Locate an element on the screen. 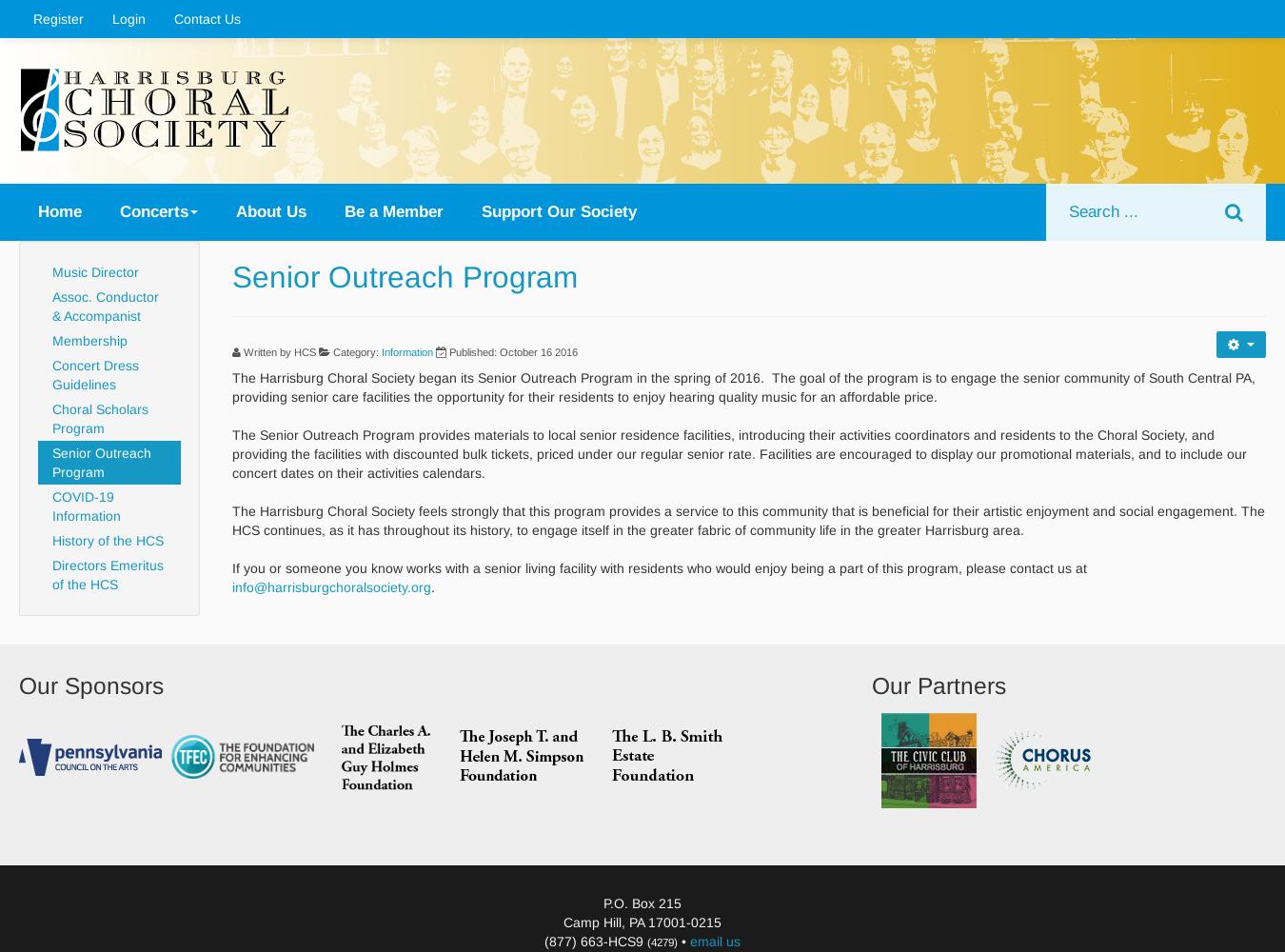 The height and width of the screenshot is (952, 1285). 'Music Director' is located at coordinates (50, 272).